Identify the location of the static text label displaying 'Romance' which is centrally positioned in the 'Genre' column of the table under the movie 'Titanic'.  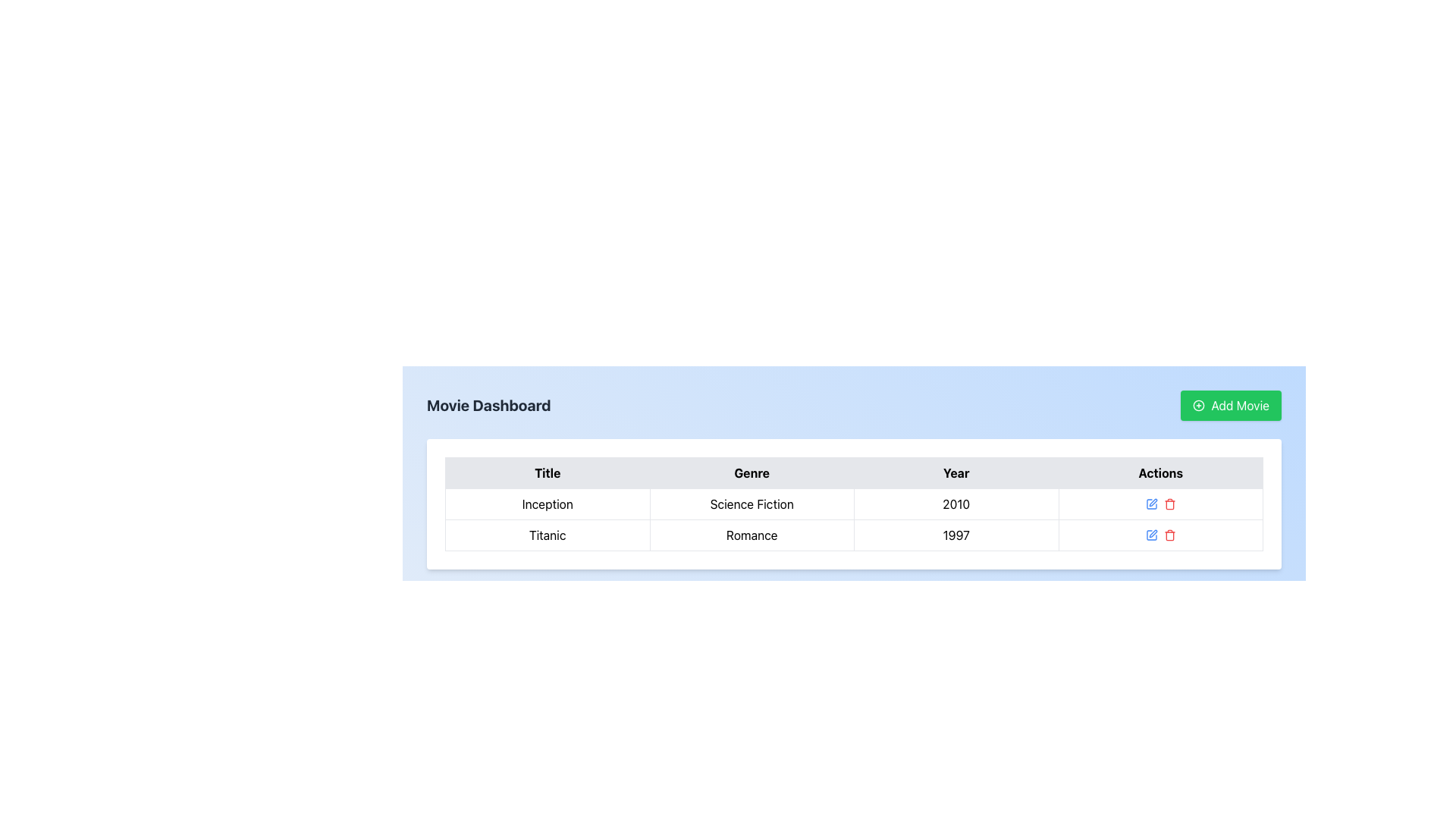
(752, 534).